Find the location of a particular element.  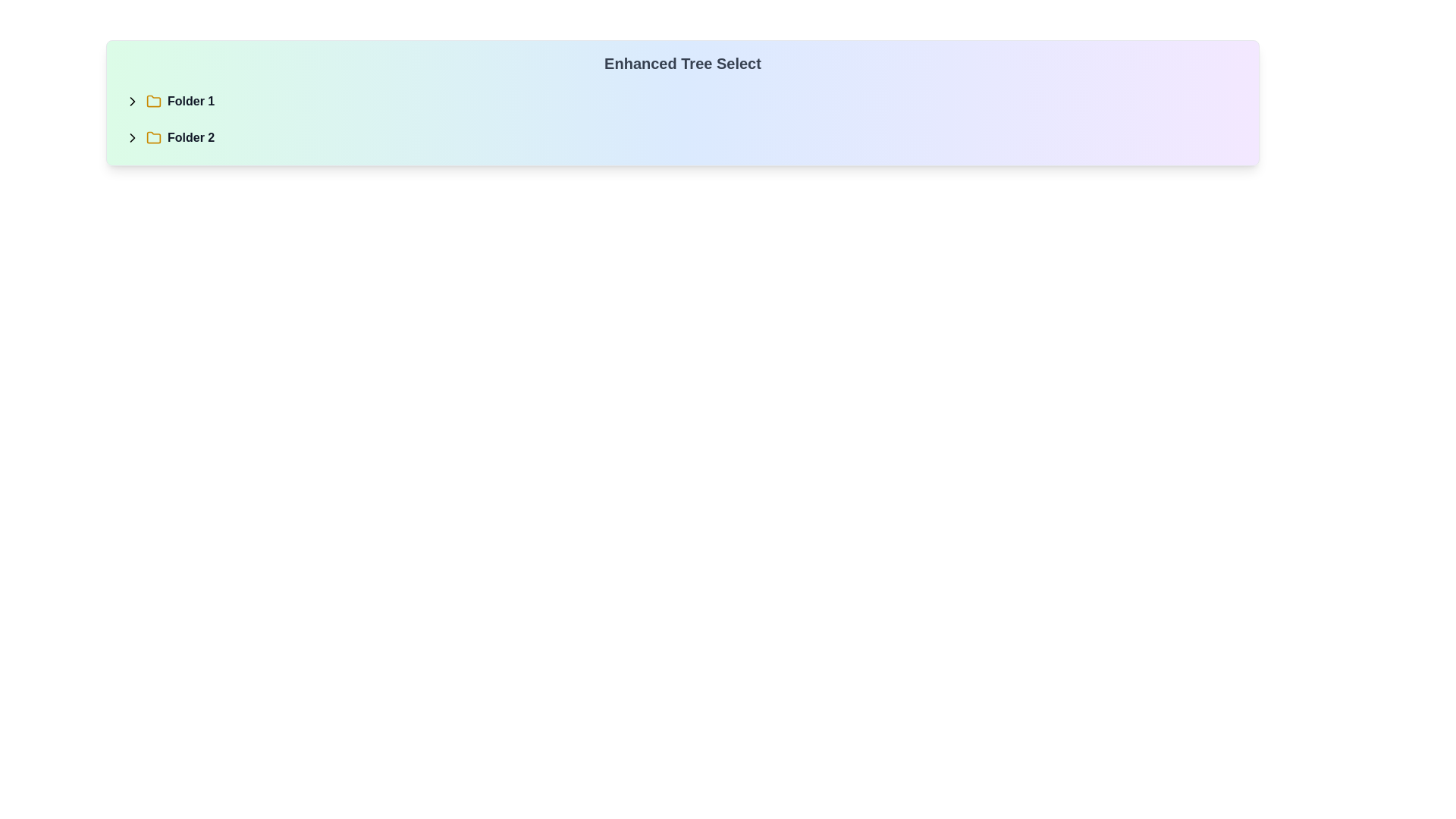

the chevron icon is located at coordinates (132, 137).